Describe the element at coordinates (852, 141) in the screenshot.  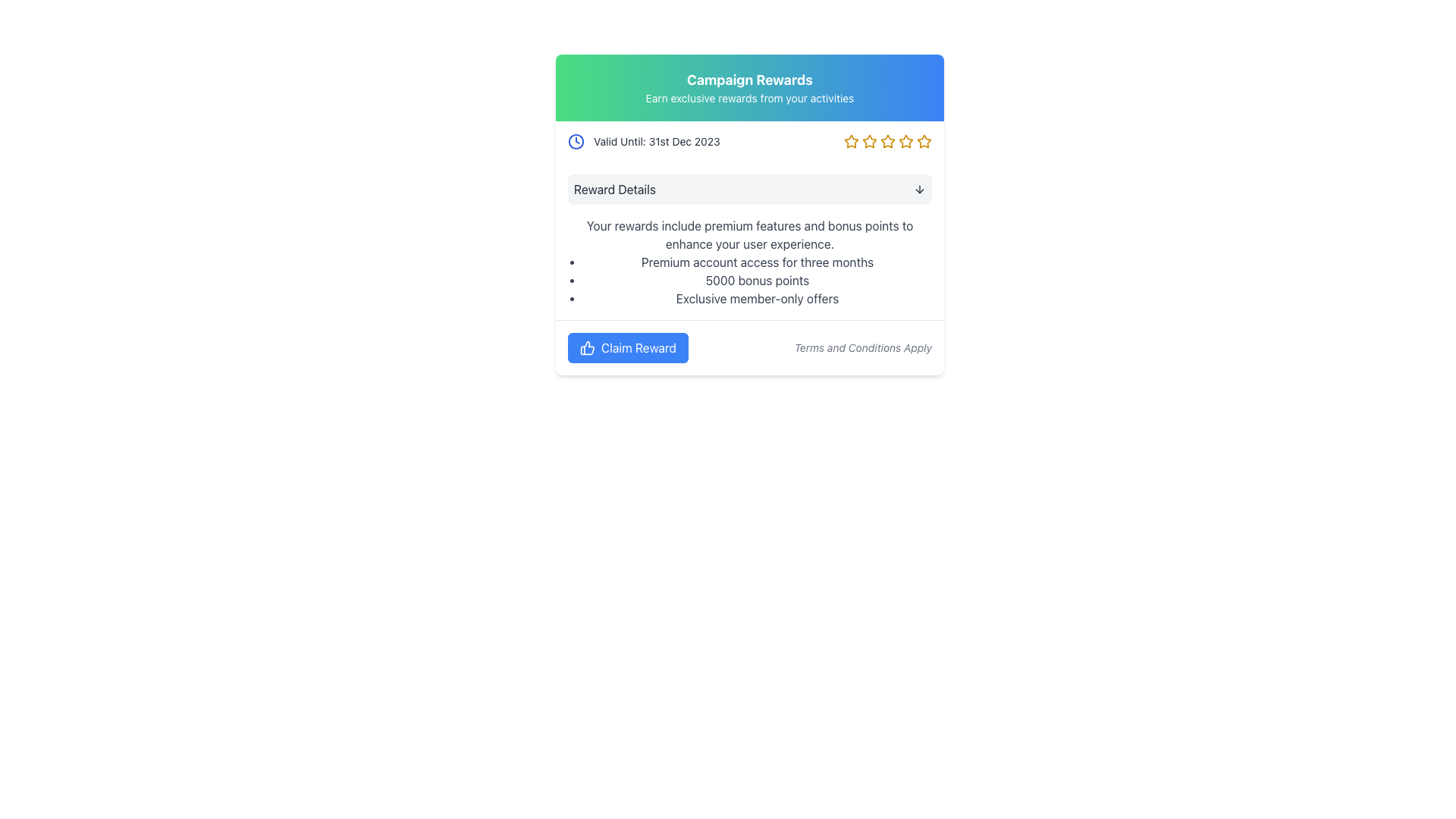
I see `the first star icon in the rating widget, which is a styled golden star with a hollow center located in the top-right section of the card interface below the campaign rewards title` at that location.